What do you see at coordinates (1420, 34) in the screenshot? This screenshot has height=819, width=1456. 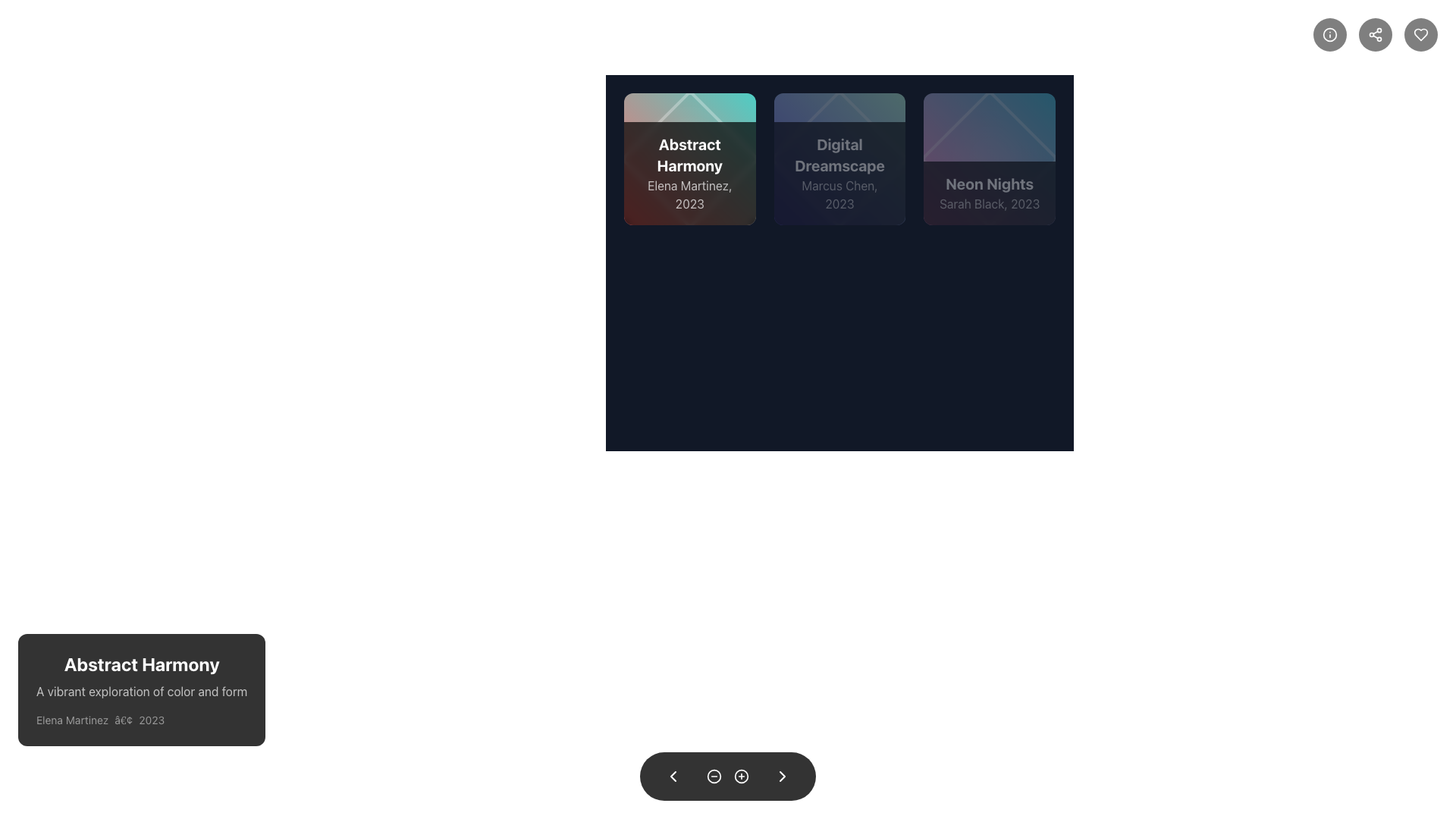 I see `the heart-shaped icon in the upper right corner of the interface to favorite or unfavorite an item` at bounding box center [1420, 34].